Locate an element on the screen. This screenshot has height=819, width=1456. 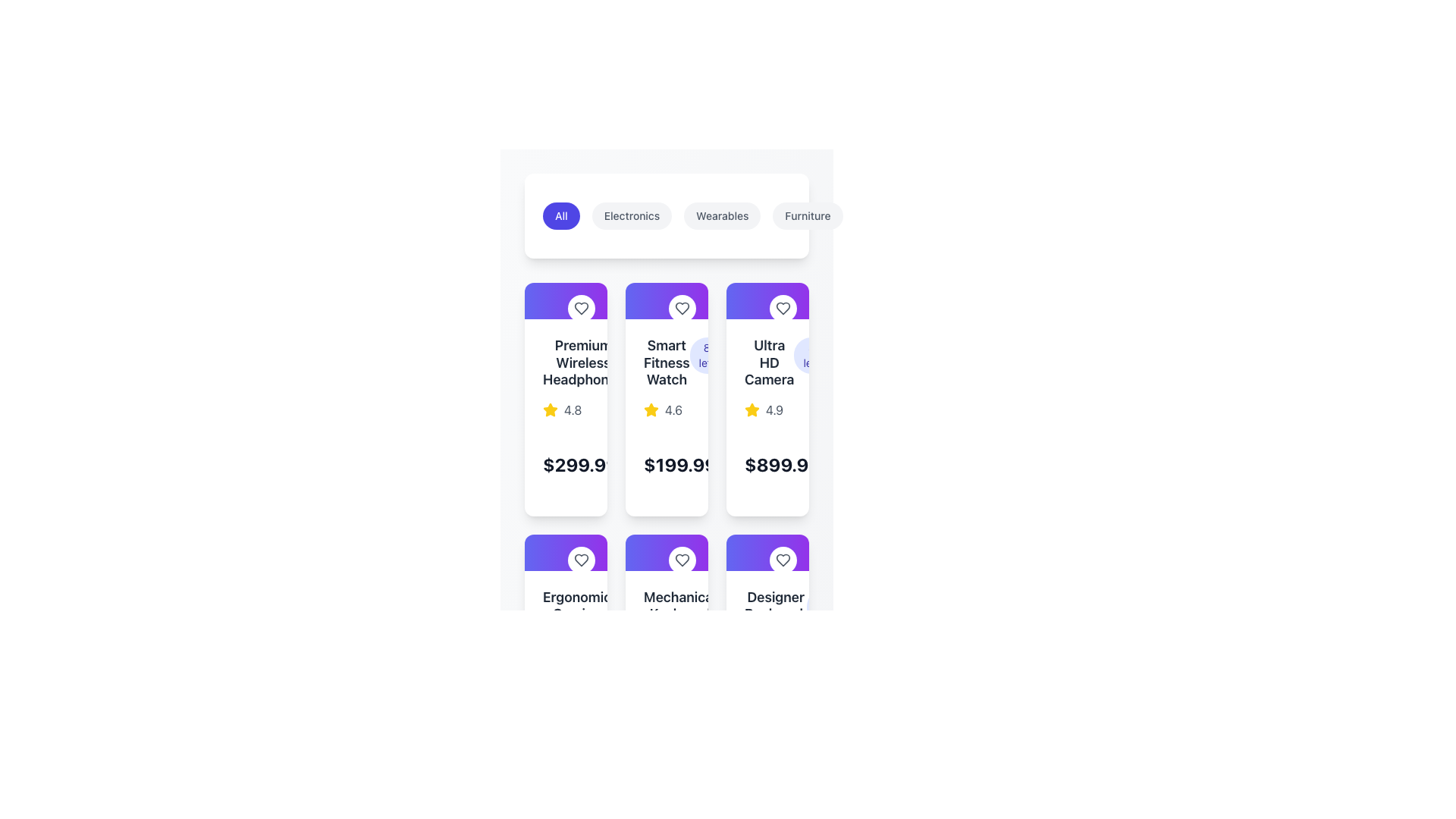
the 'Designer Backpack' text label located in the bottom-right product card, which is bold and prominently displayed above stock availability information is located at coordinates (776, 604).